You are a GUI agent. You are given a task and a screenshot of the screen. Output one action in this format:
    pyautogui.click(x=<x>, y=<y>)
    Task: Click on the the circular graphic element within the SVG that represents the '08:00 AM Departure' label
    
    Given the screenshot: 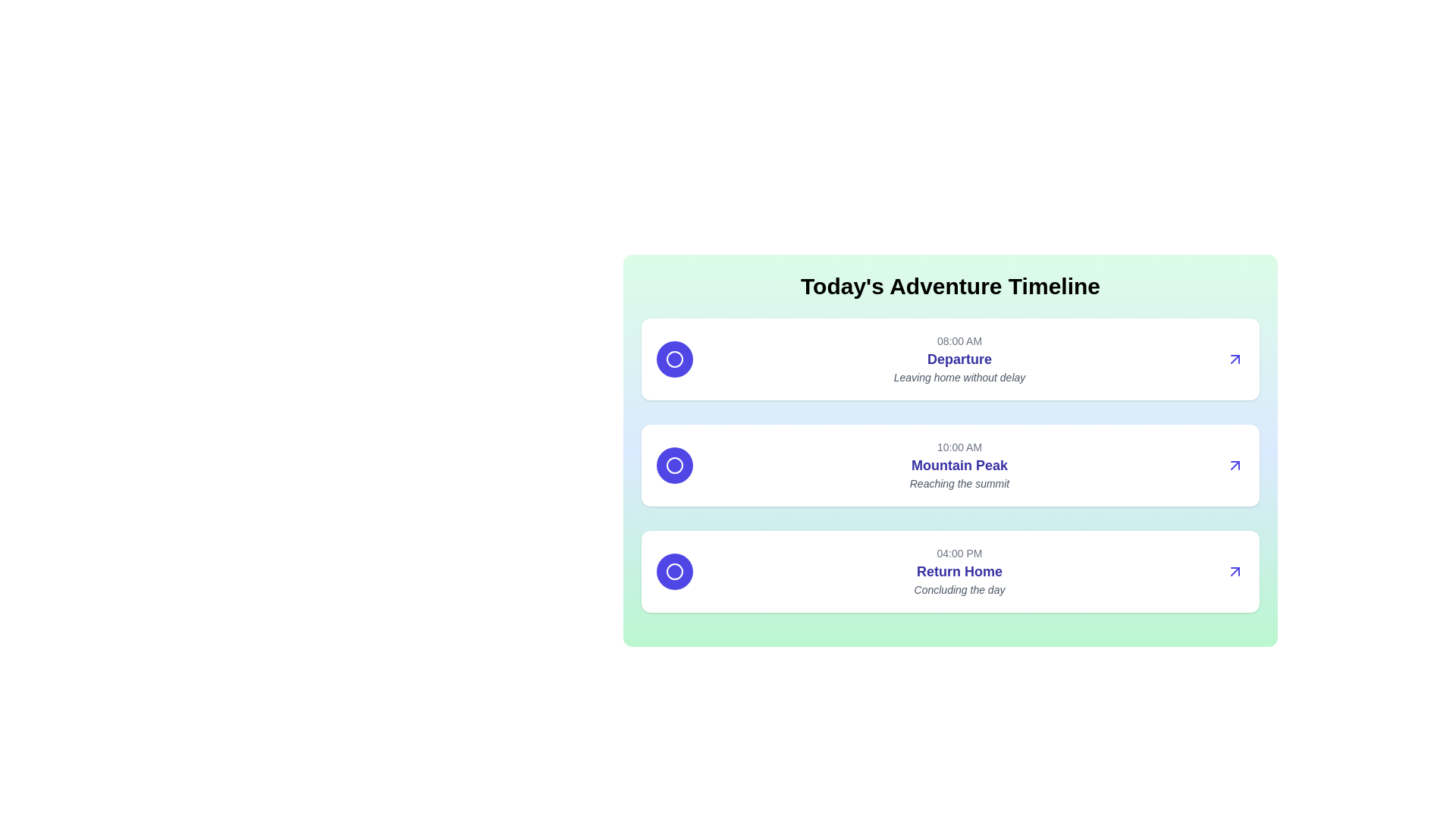 What is the action you would take?
    pyautogui.click(x=673, y=359)
    